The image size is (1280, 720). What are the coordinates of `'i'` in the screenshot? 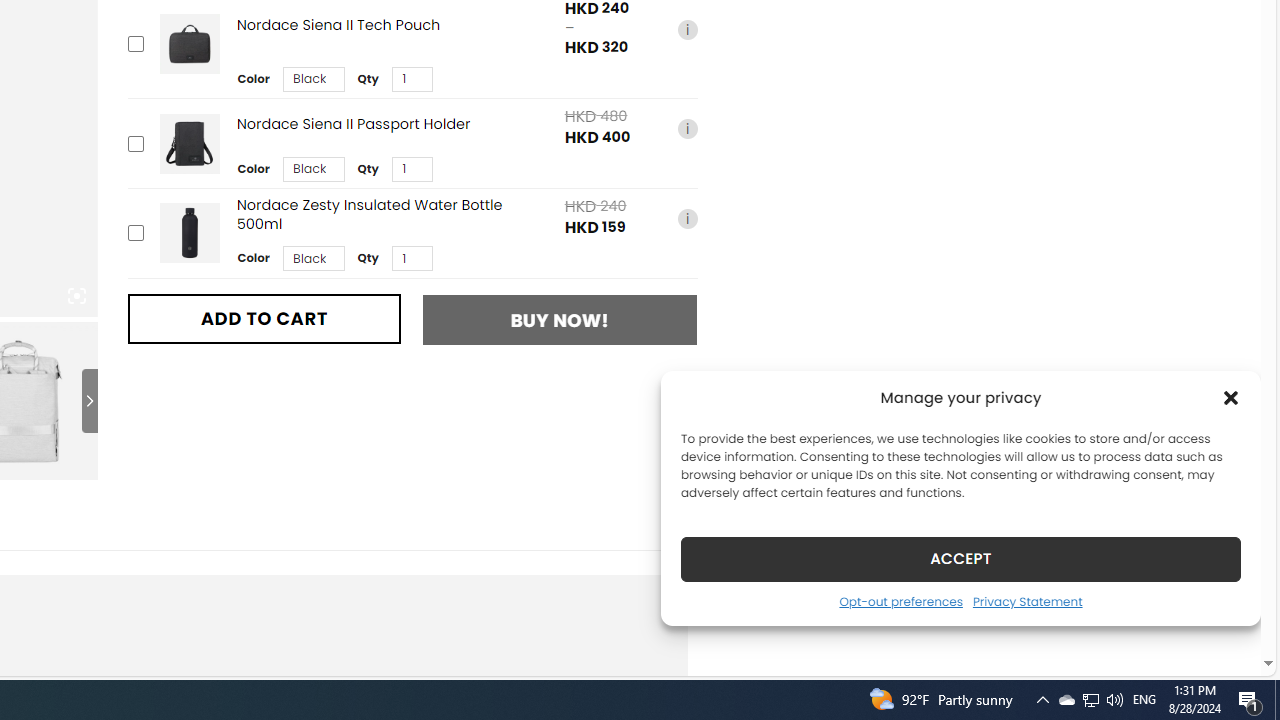 It's located at (687, 218).